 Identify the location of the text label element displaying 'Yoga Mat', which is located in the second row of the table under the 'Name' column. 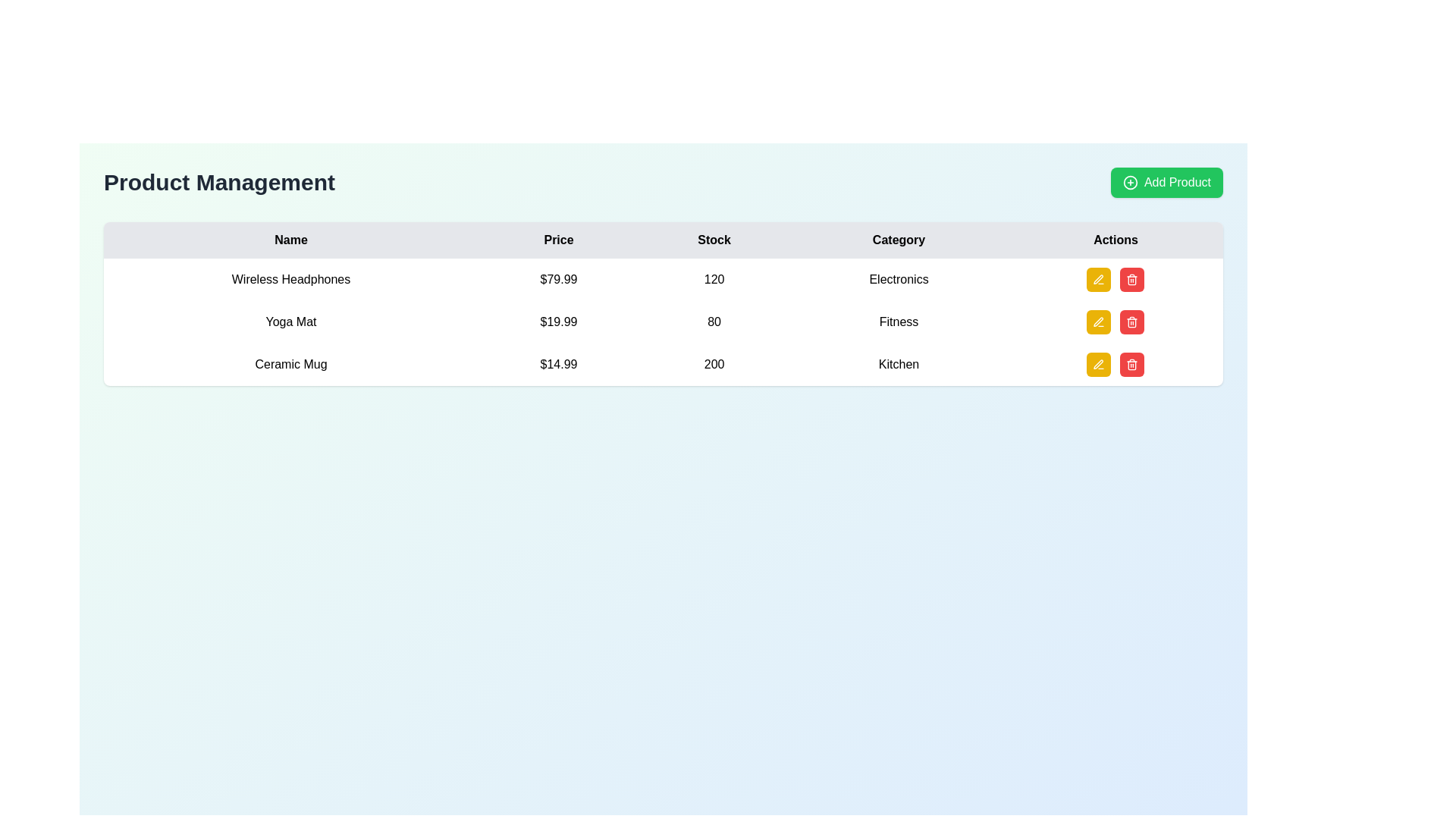
(291, 321).